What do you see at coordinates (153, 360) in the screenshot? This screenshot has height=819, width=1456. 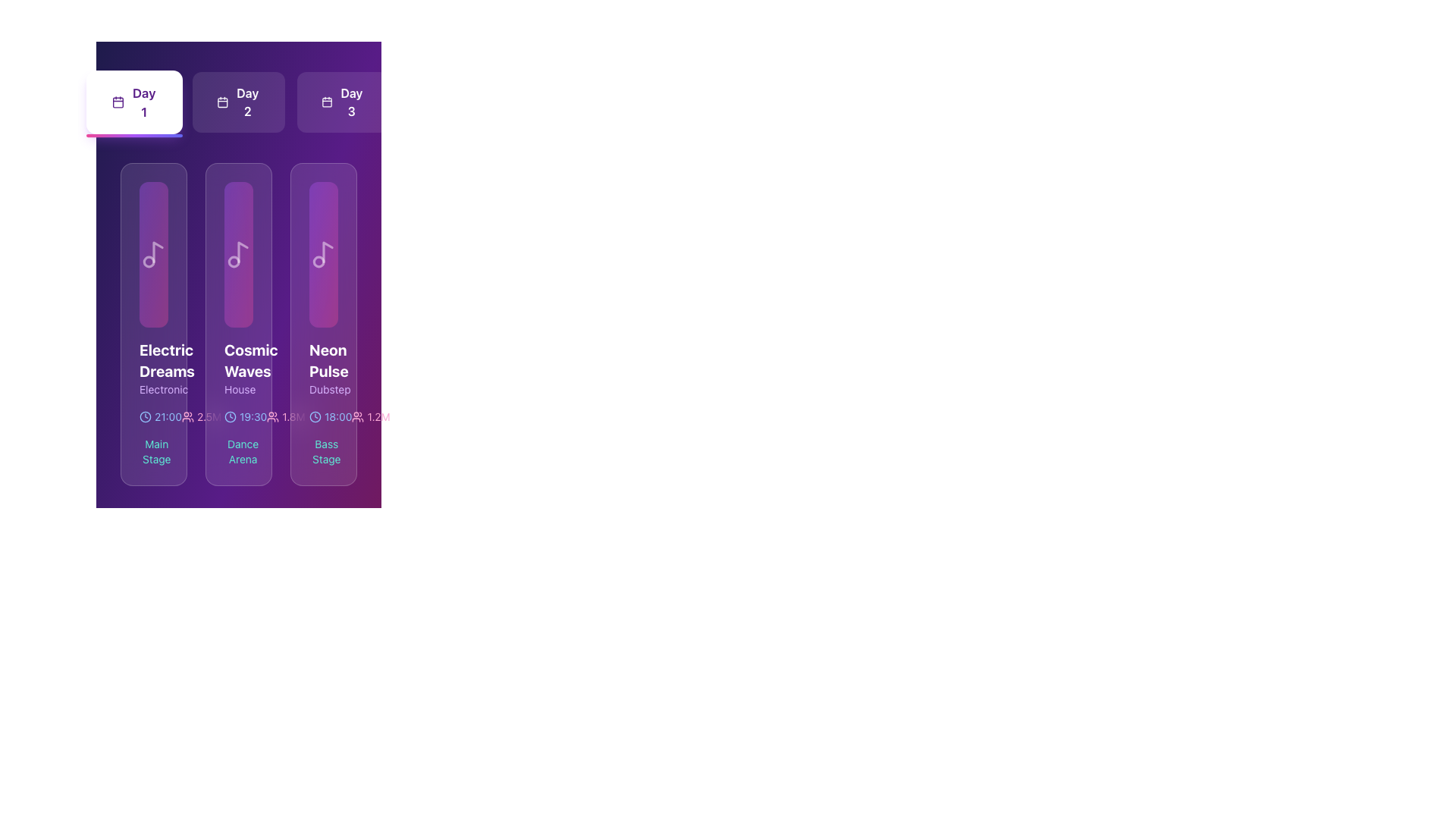 I see `information displayed in the text label titled 'Electric Dreams', which is located at the top section of the leftmost card in a horizontally aligned list of cards` at bounding box center [153, 360].